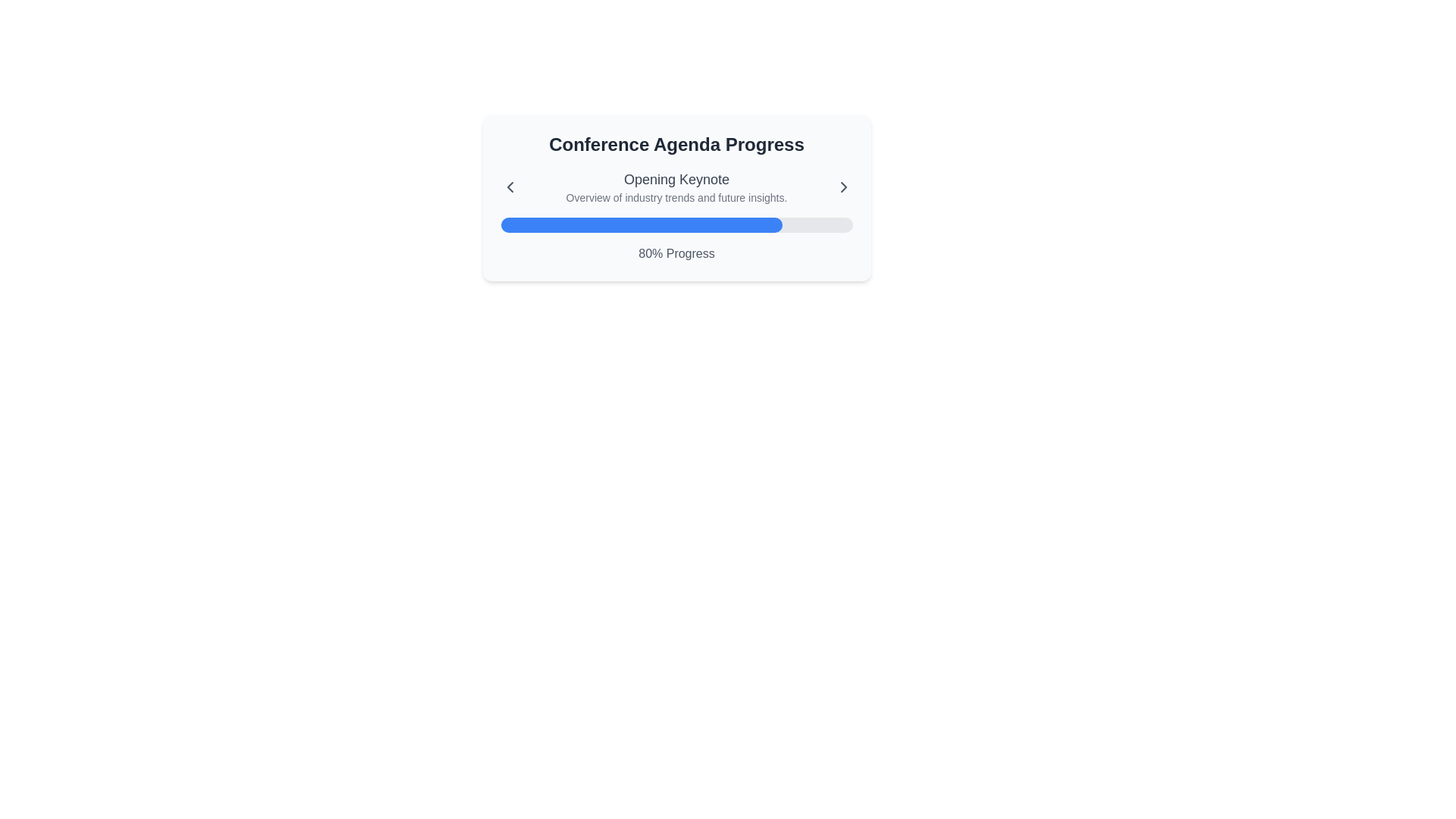 The image size is (1456, 819). Describe the element at coordinates (676, 186) in the screenshot. I see `text content of the Composite element displaying the title 'Opening Keynote' and the description 'Overview of industry trends and future insights.'` at that location.